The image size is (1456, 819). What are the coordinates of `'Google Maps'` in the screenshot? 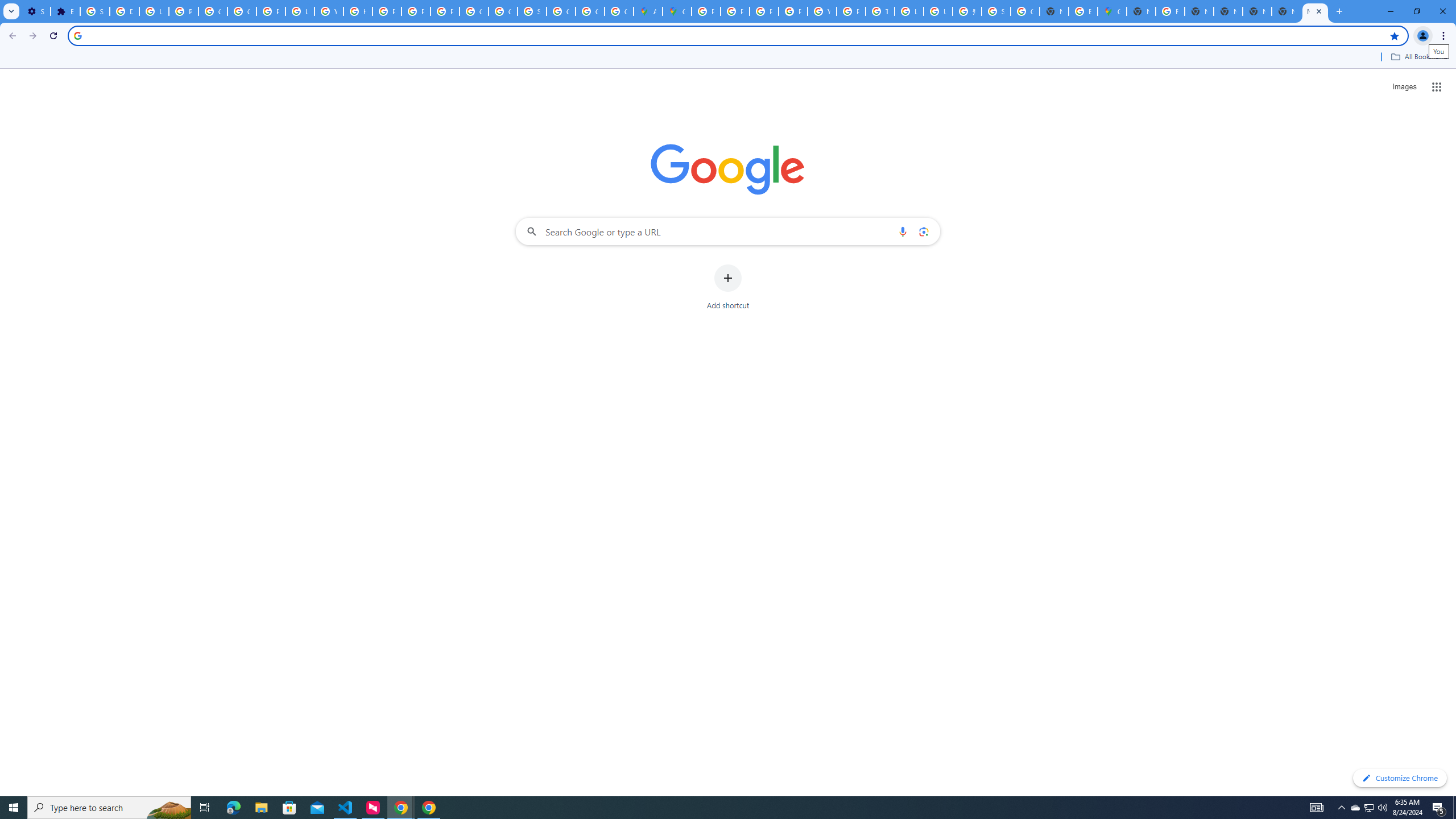 It's located at (677, 11).